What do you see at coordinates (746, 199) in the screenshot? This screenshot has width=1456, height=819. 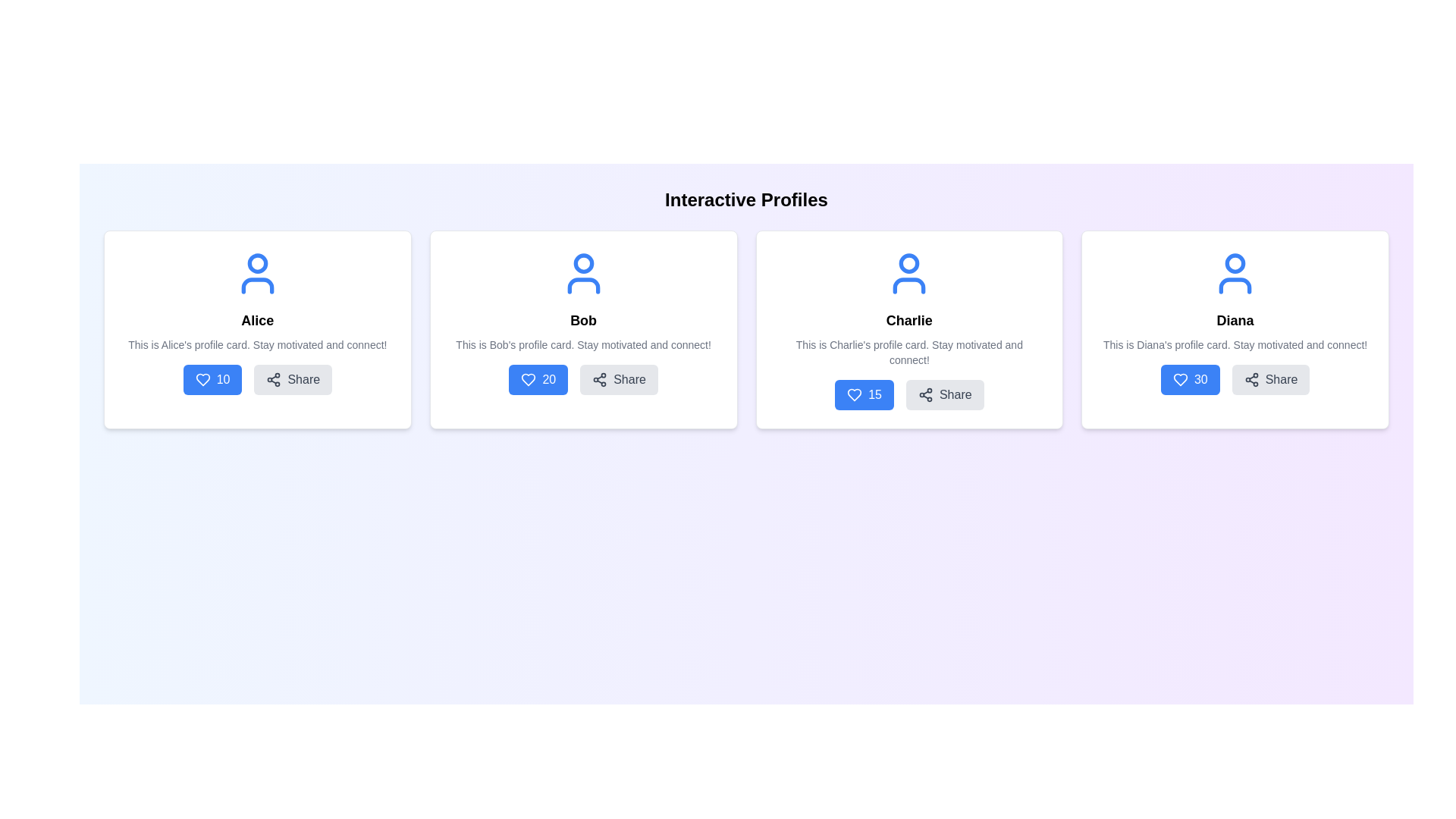 I see `the header text element that indicates the page features interactive profiles` at bounding box center [746, 199].